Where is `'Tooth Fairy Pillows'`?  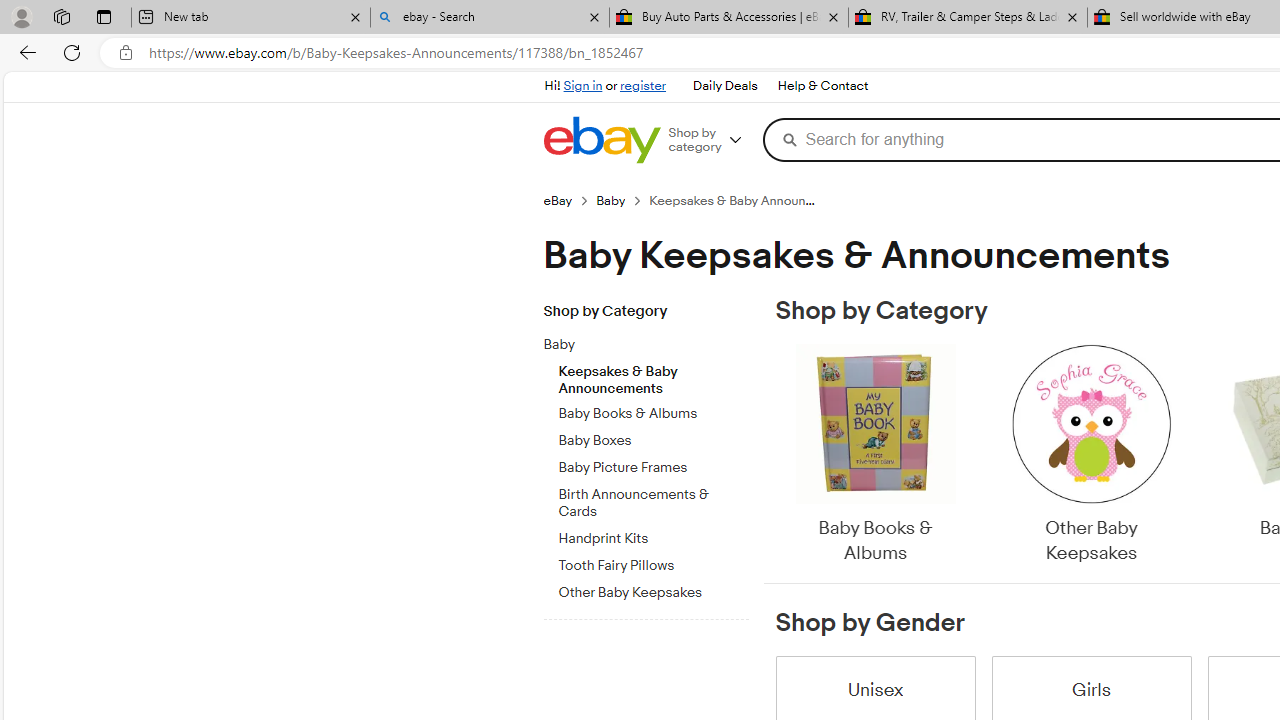
'Tooth Fairy Pillows' is located at coordinates (653, 566).